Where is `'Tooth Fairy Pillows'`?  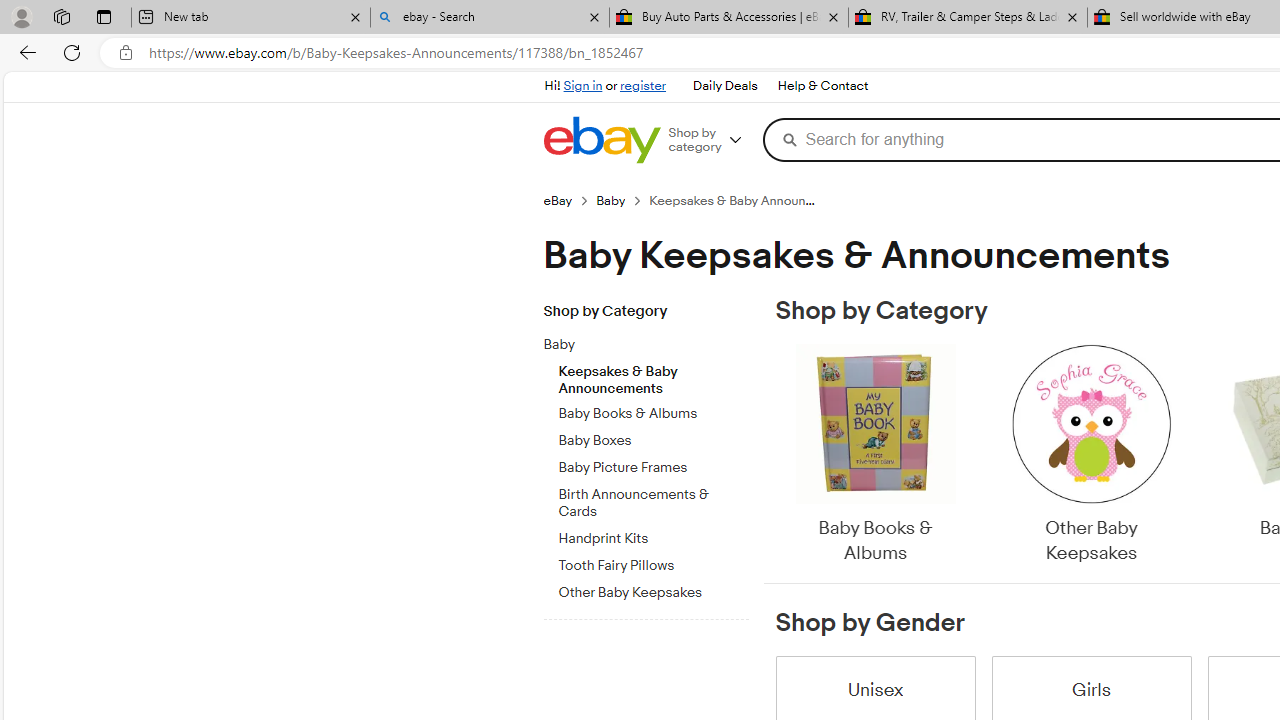
'Tooth Fairy Pillows' is located at coordinates (653, 566).